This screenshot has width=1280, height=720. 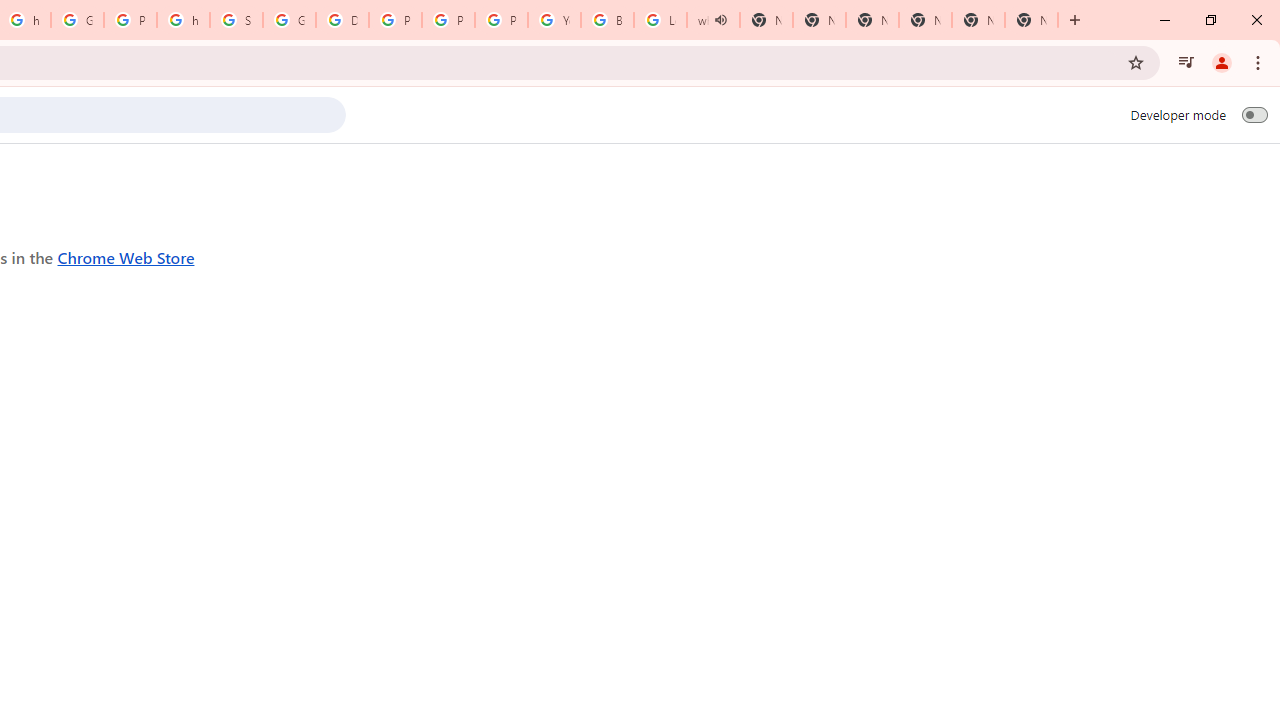 What do you see at coordinates (554, 20) in the screenshot?
I see `'YouTube'` at bounding box center [554, 20].